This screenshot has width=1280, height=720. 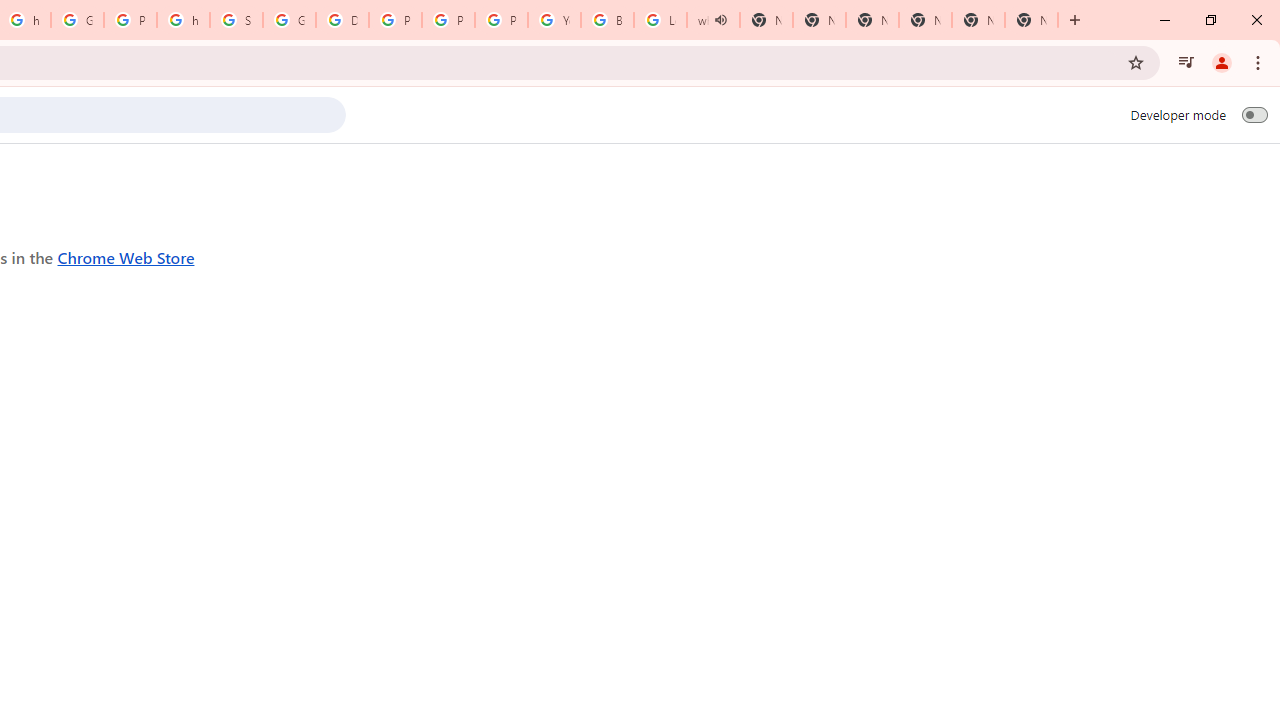 What do you see at coordinates (554, 20) in the screenshot?
I see `'YouTube'` at bounding box center [554, 20].